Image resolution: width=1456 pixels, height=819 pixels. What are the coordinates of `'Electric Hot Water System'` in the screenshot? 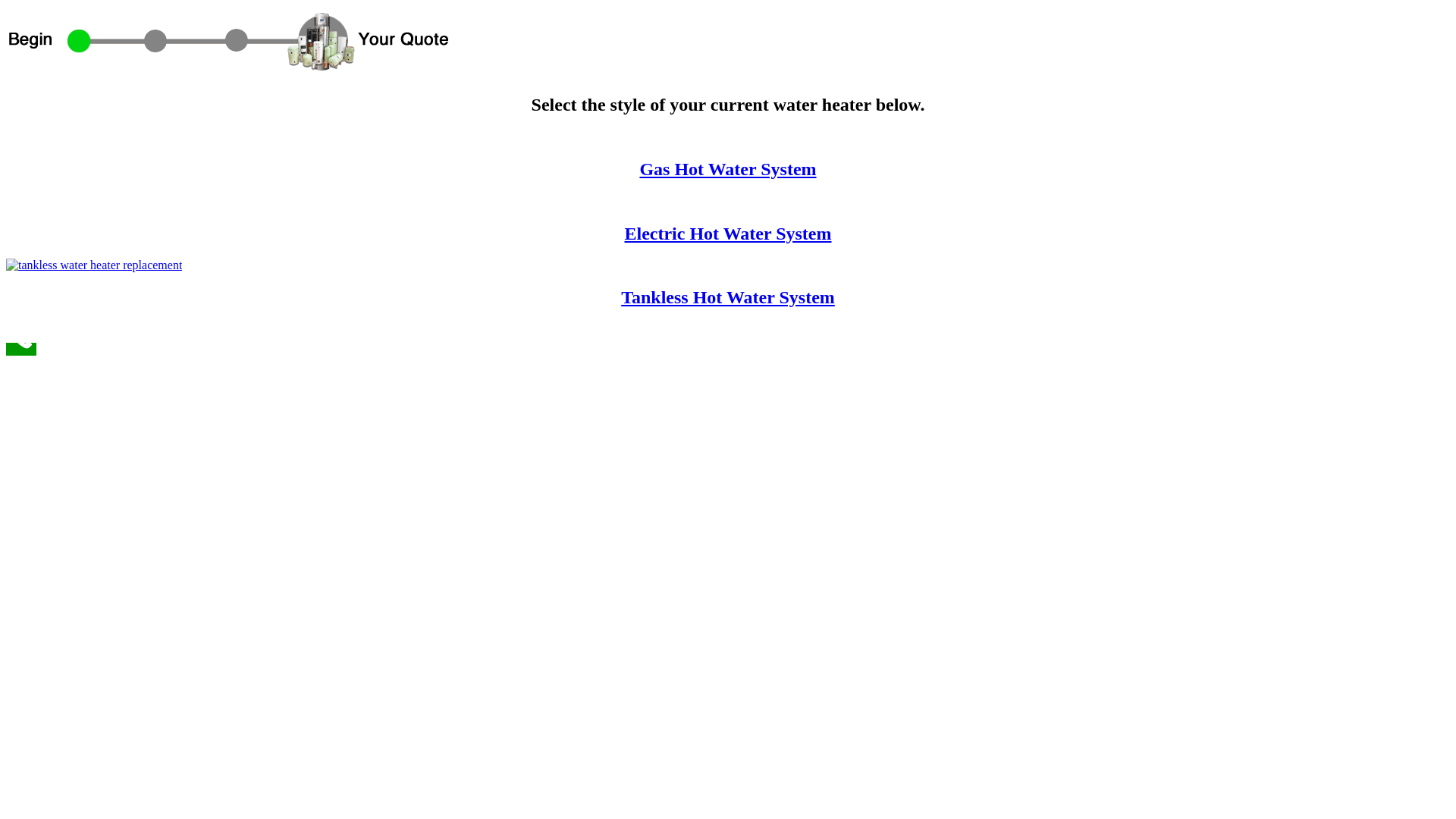 It's located at (726, 234).